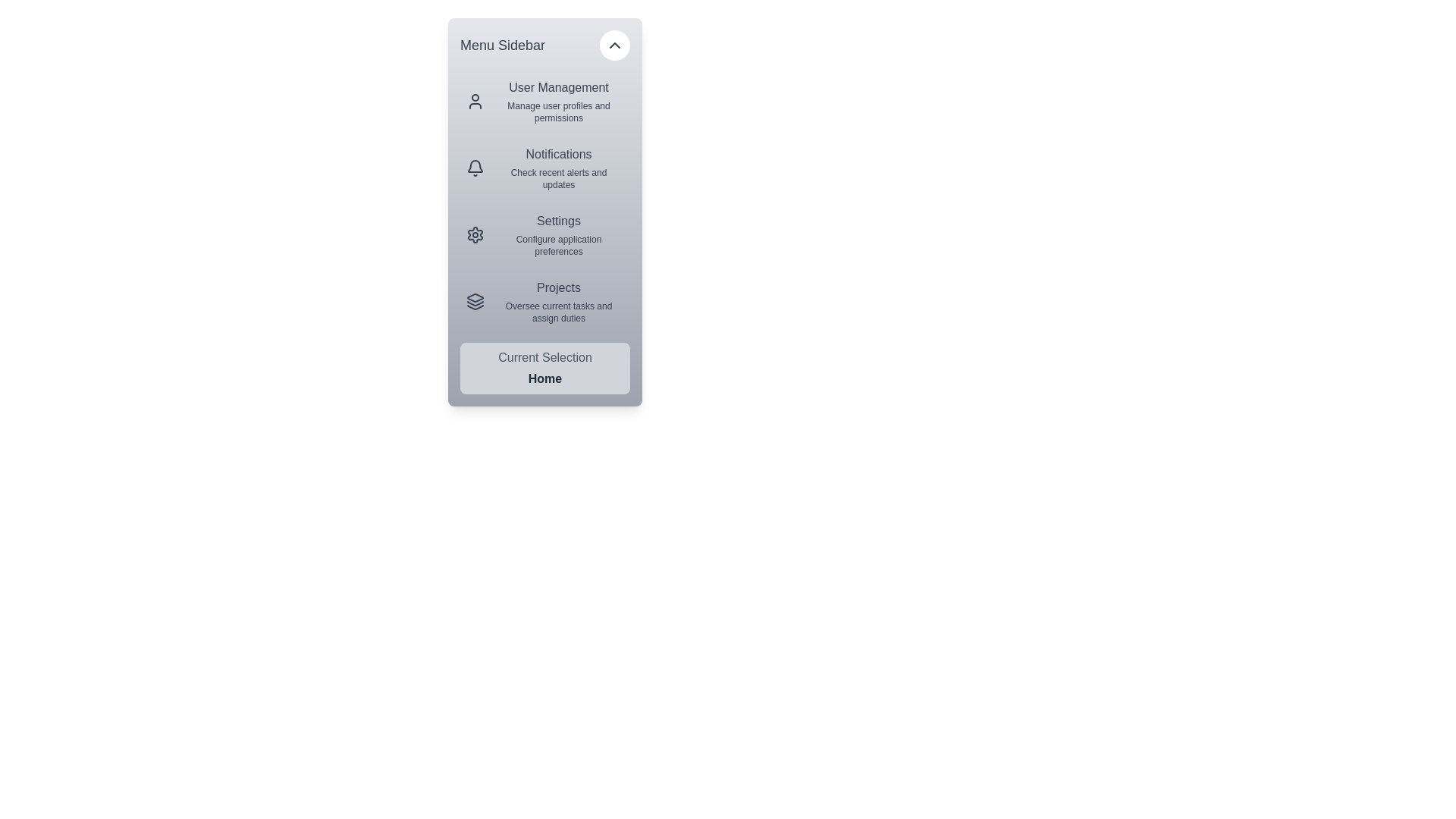 This screenshot has width=1456, height=819. Describe the element at coordinates (558, 288) in the screenshot. I see `the 'Projects' section header located` at that location.